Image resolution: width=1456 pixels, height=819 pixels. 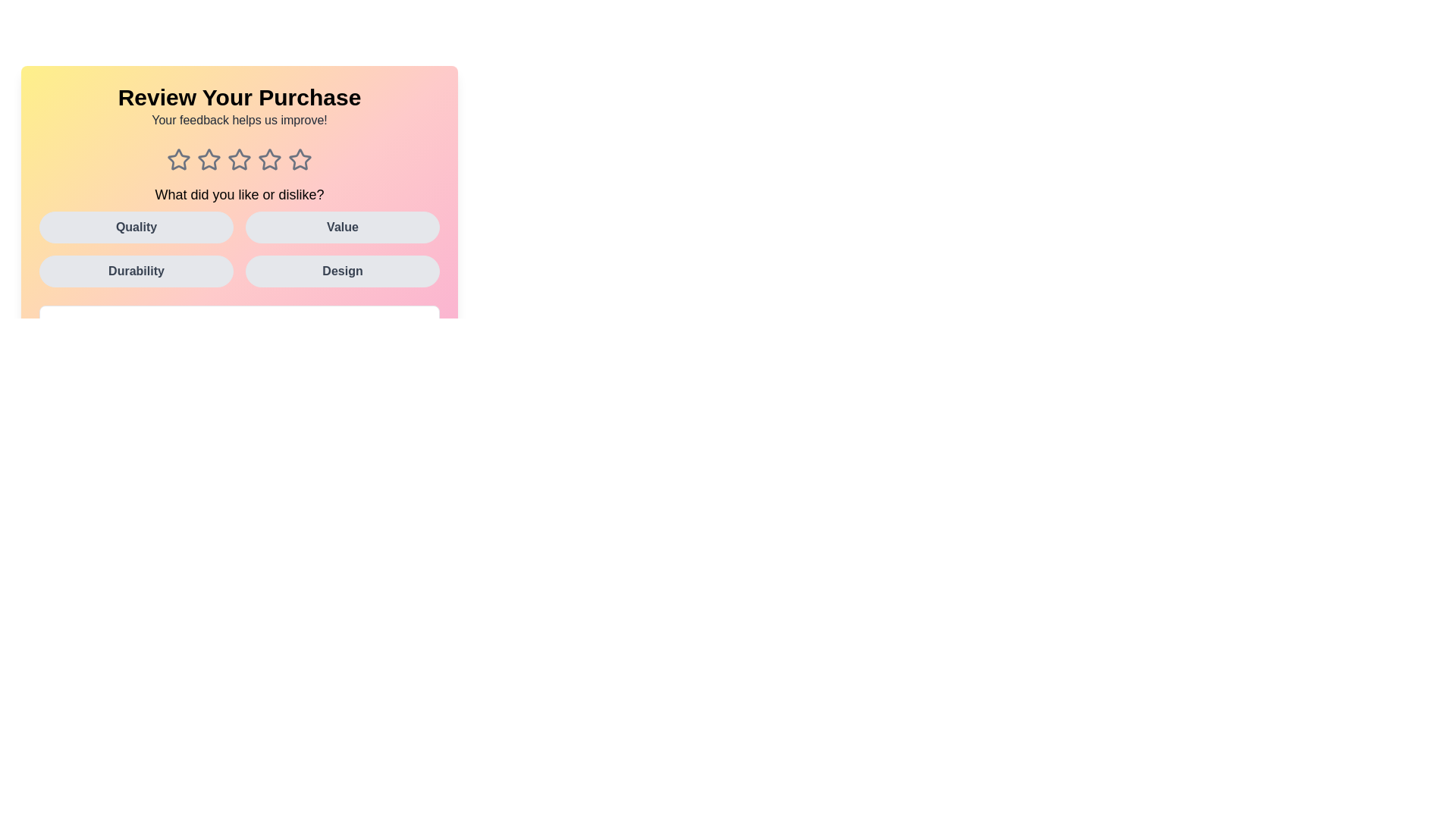 What do you see at coordinates (136, 271) in the screenshot?
I see `the 'Durability' button located in the bottom-left part of the 2x2 grid layout, which is the third button directly below the 'Quality' button` at bounding box center [136, 271].